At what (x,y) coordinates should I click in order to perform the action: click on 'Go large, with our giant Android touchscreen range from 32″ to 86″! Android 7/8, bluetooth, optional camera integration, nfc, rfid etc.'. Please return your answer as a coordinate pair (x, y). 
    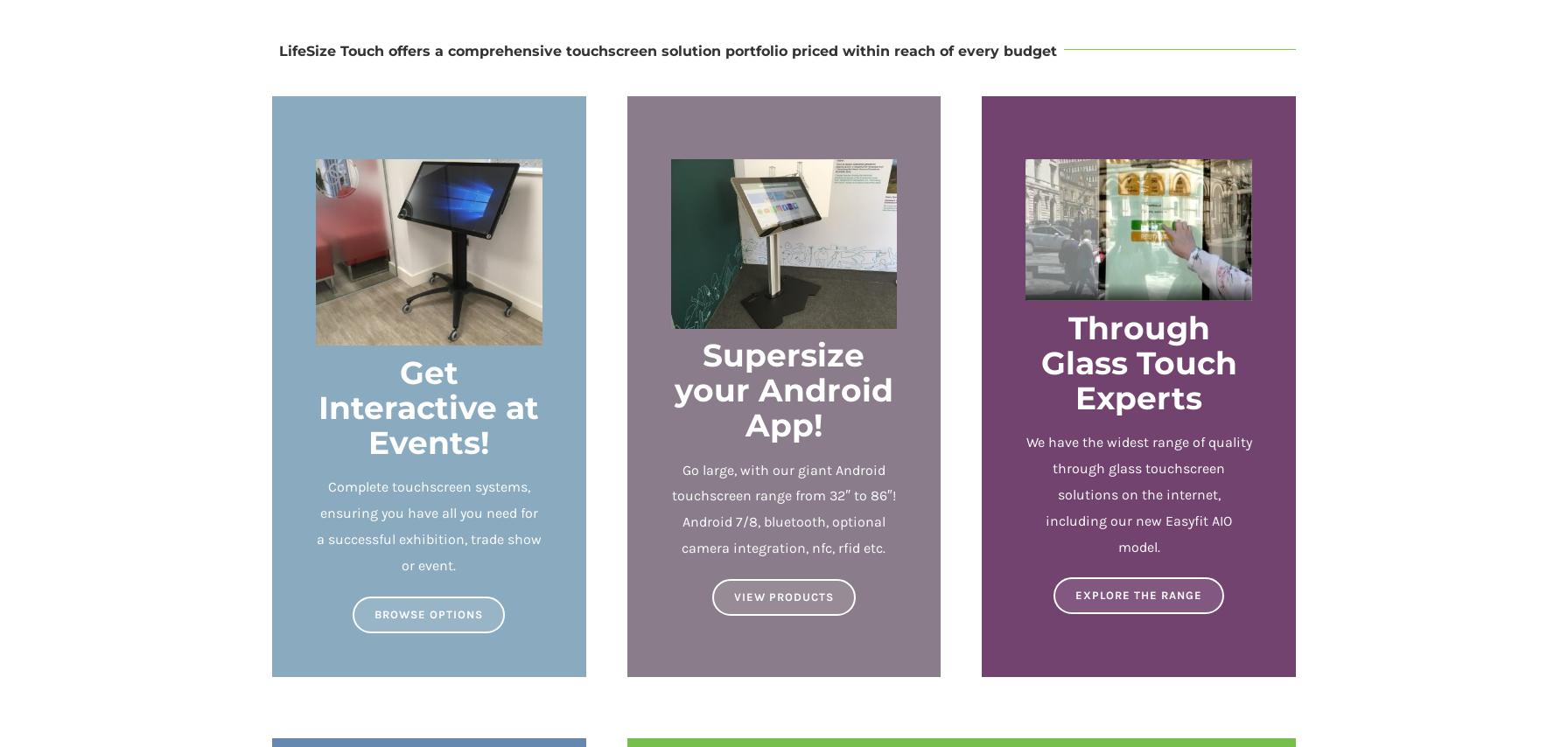
    Looking at the image, I should click on (783, 508).